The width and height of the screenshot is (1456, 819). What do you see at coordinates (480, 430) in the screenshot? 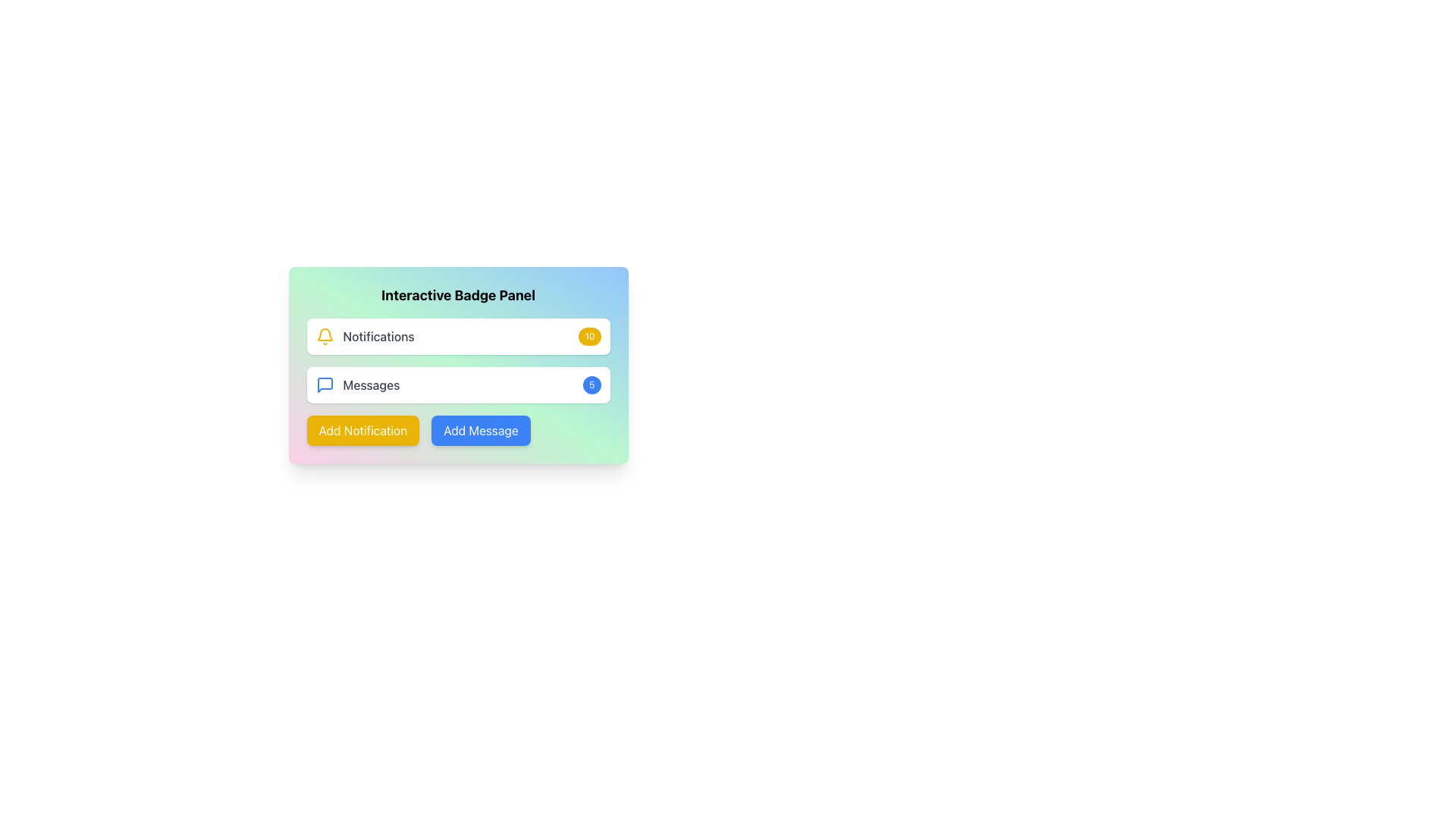
I see `the rectangular button with a blue background and white text labeled 'Add Message'` at bounding box center [480, 430].